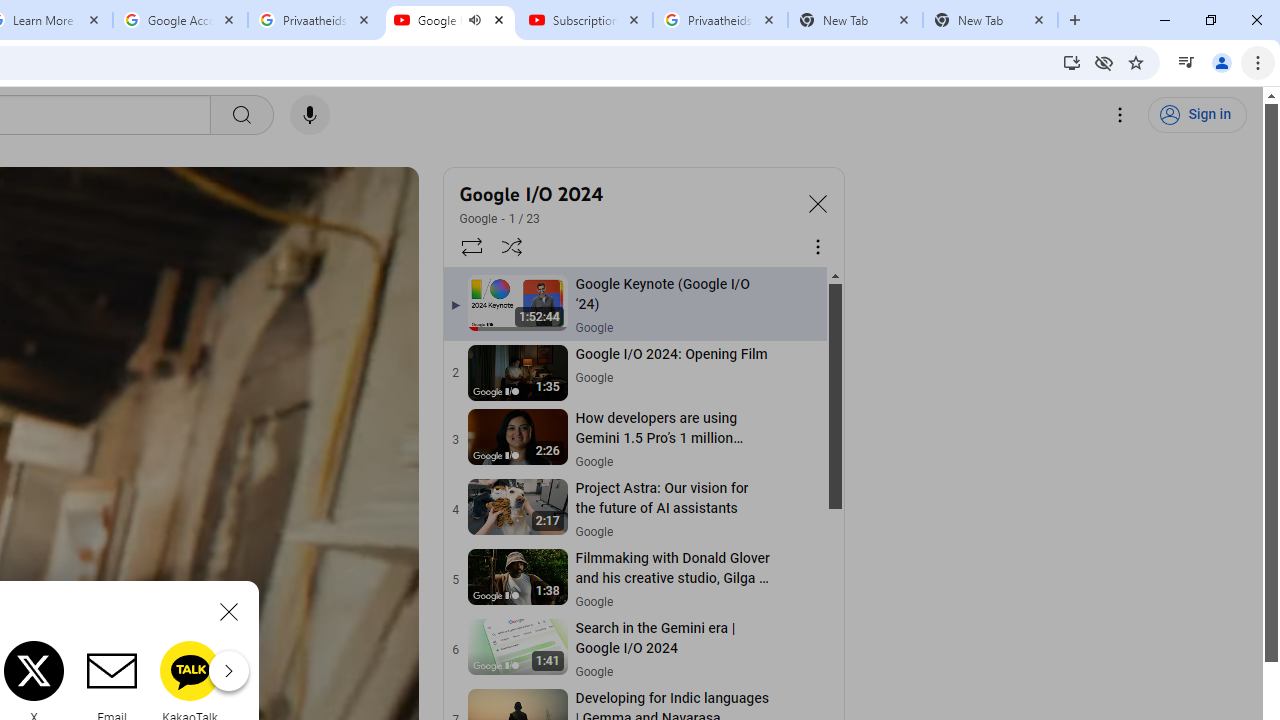 The width and height of the screenshot is (1280, 720). I want to click on 'New Tab', so click(990, 20).